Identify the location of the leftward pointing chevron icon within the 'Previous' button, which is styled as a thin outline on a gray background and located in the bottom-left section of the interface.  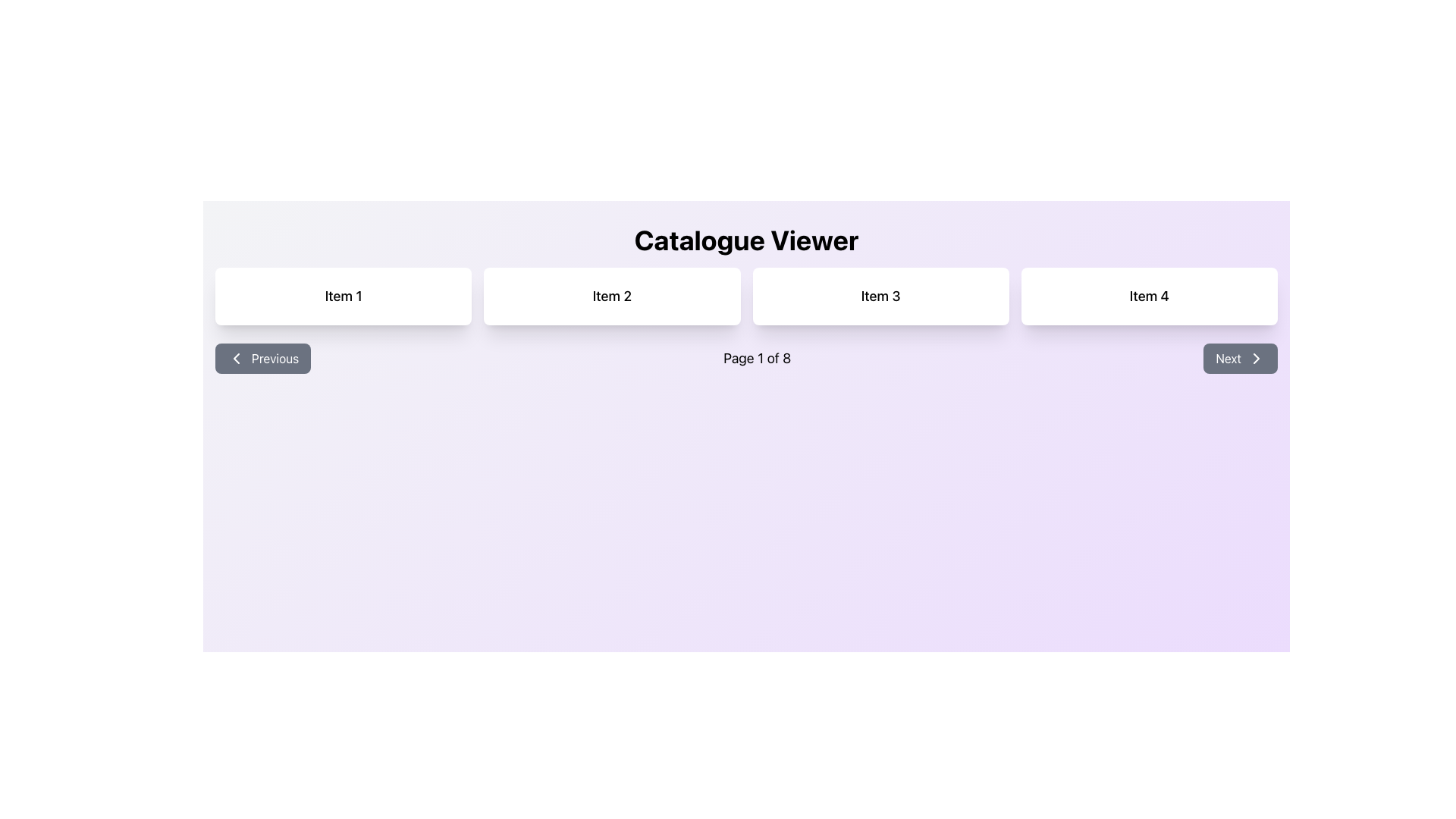
(236, 359).